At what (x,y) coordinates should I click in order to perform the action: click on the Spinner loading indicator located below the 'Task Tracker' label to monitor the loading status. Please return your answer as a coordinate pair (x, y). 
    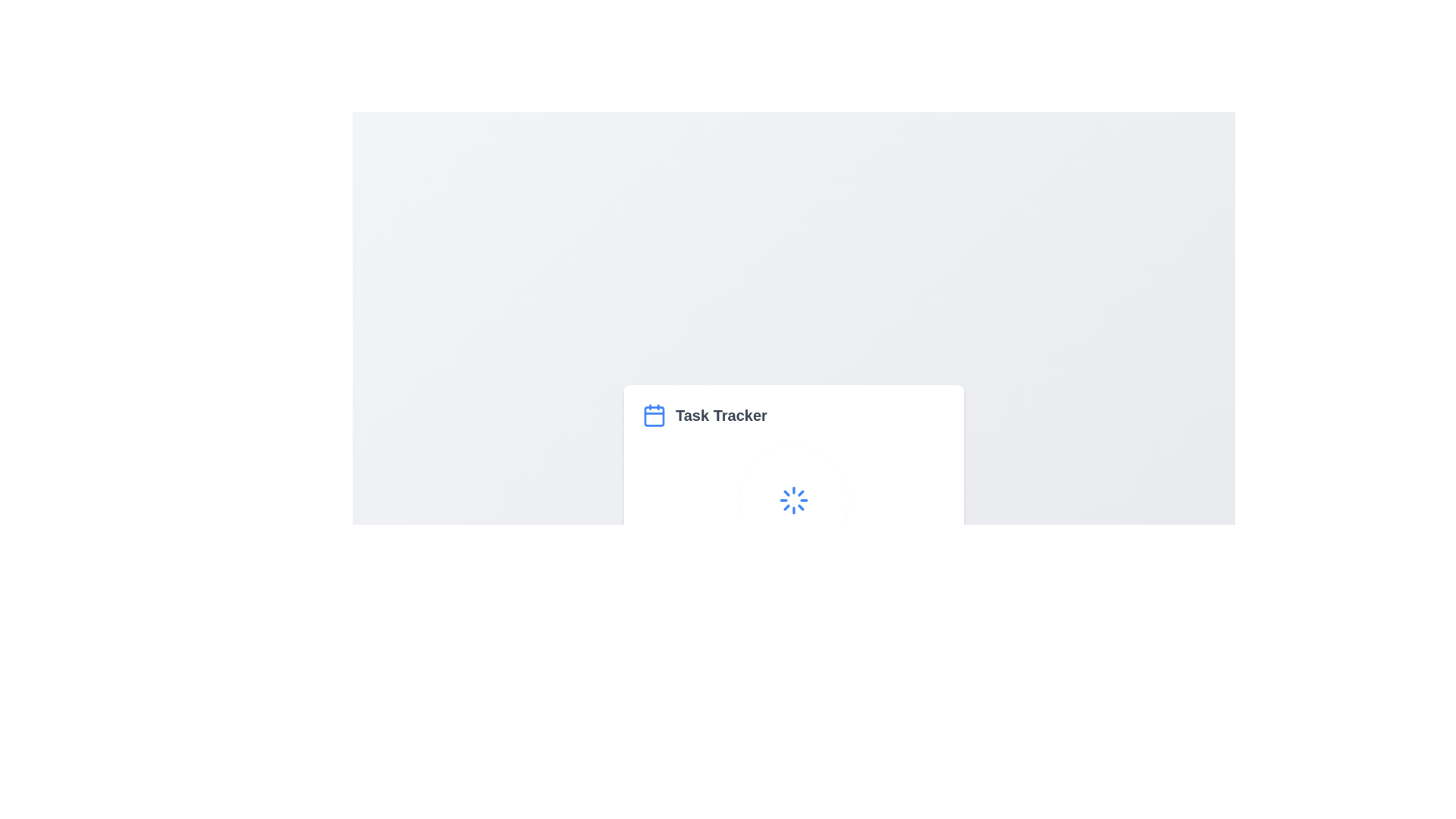
    Looking at the image, I should click on (792, 500).